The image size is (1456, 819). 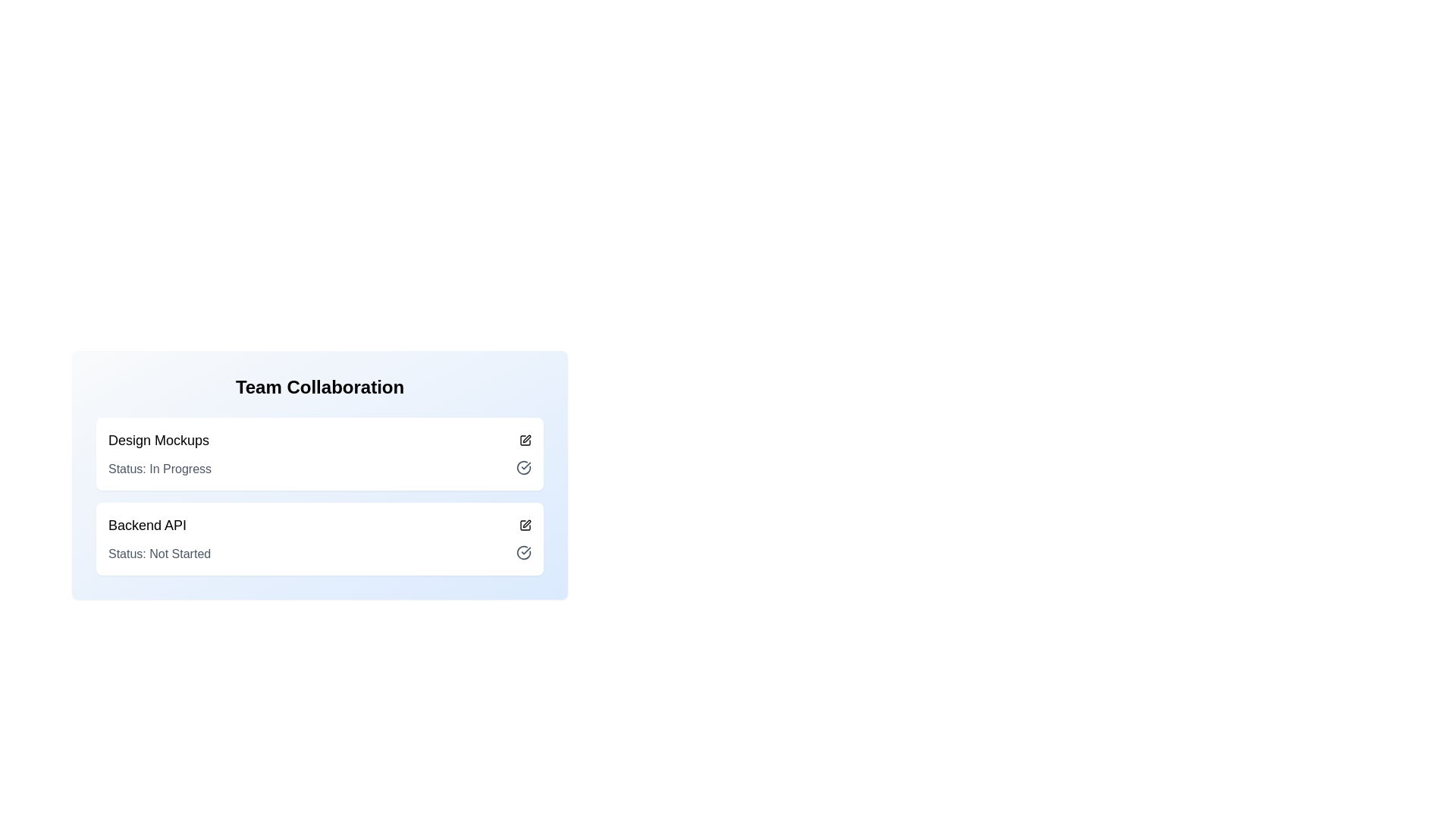 What do you see at coordinates (524, 553) in the screenshot?
I see `the Interactive icon or button to mark the status as completed, located to the right of the 'Status: Not Started' label in the 'Backend API' section` at bounding box center [524, 553].